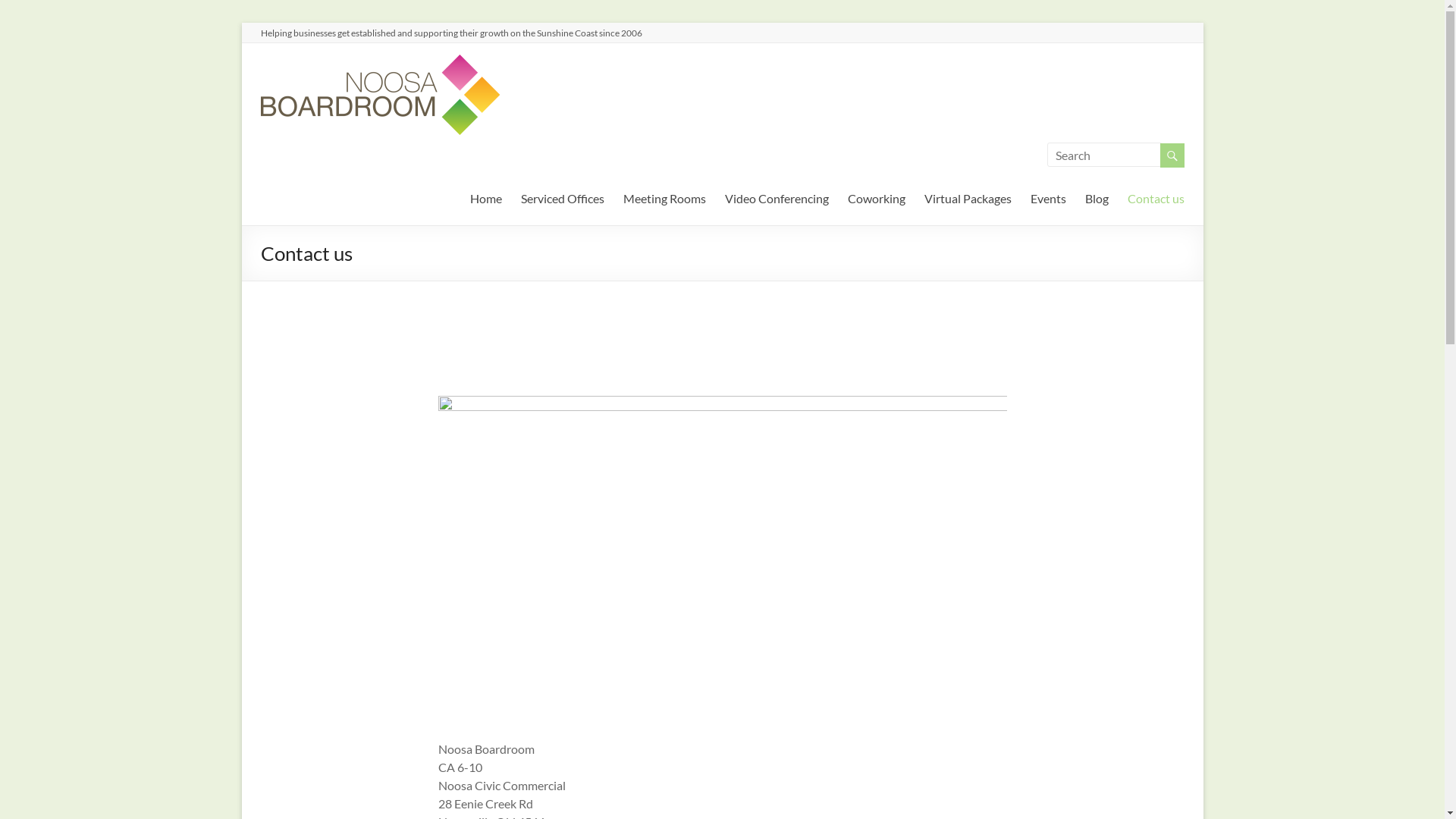 This screenshot has width=1456, height=819. Describe the element at coordinates (486, 195) in the screenshot. I see `'Home'` at that location.